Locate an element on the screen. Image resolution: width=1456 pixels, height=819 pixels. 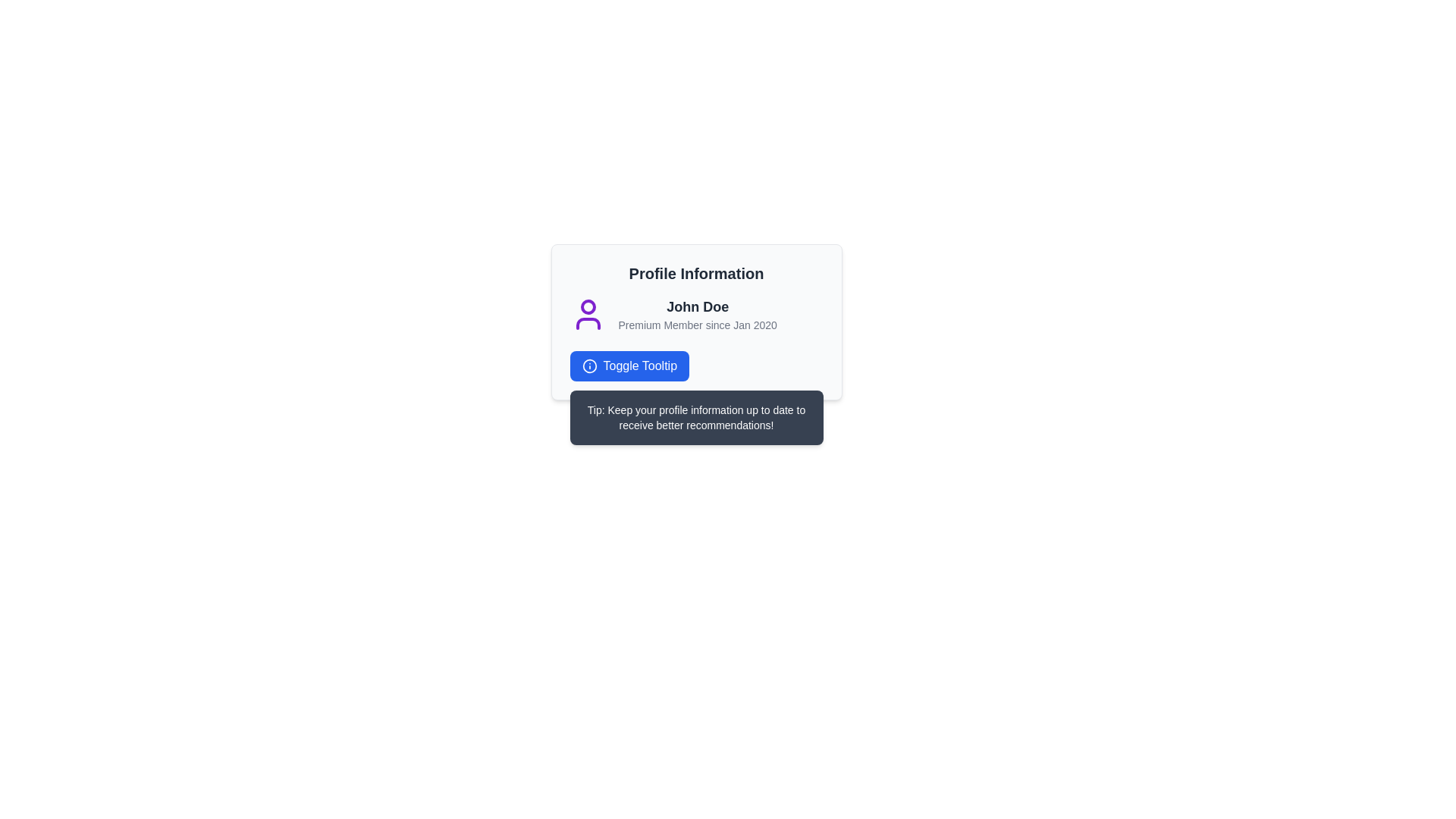
the filled purple circular SVG element located above the user icon's body, centered within its head-circle representation is located at coordinates (587, 307).